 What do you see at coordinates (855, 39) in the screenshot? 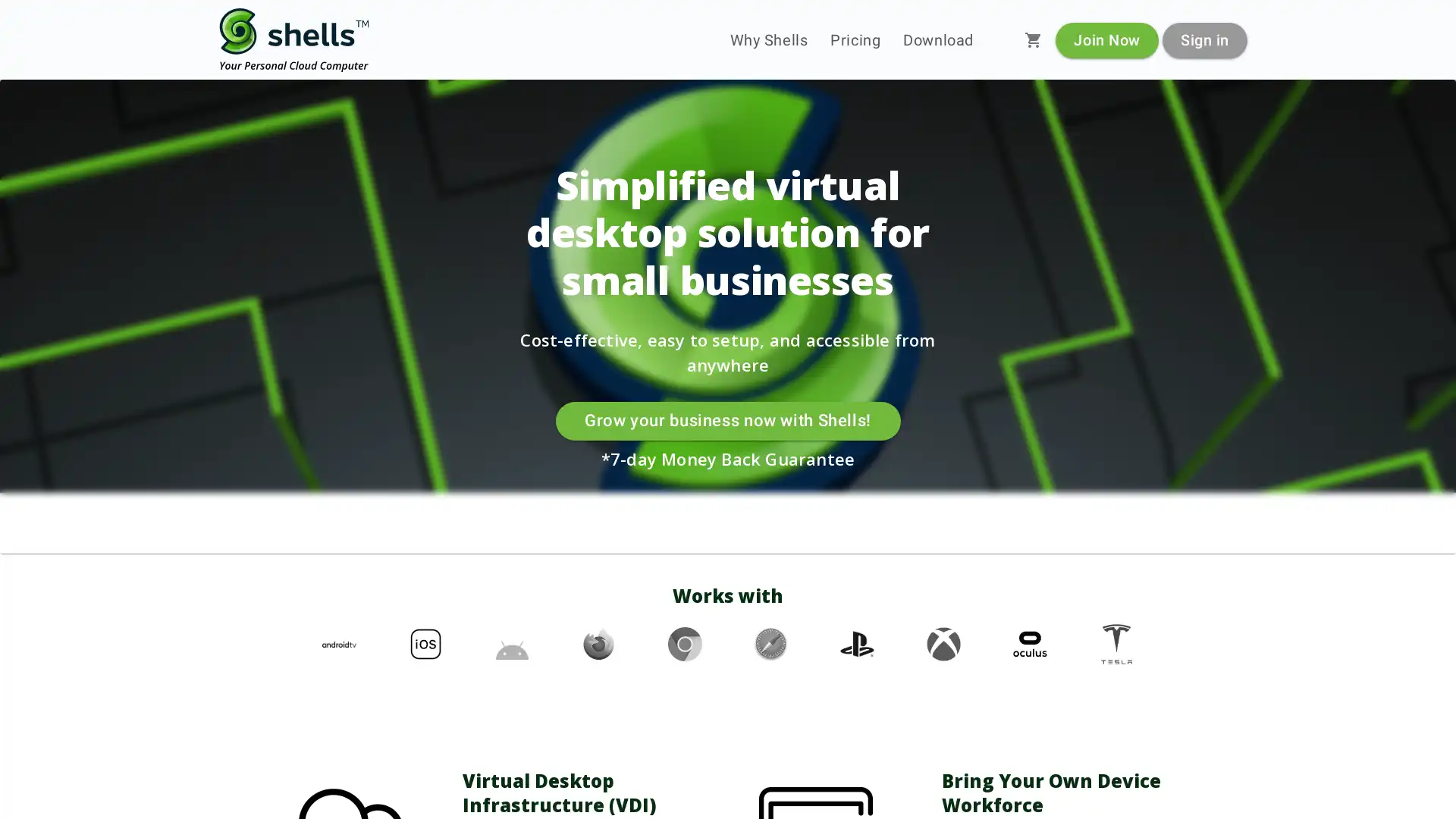
I see `Pricing` at bounding box center [855, 39].